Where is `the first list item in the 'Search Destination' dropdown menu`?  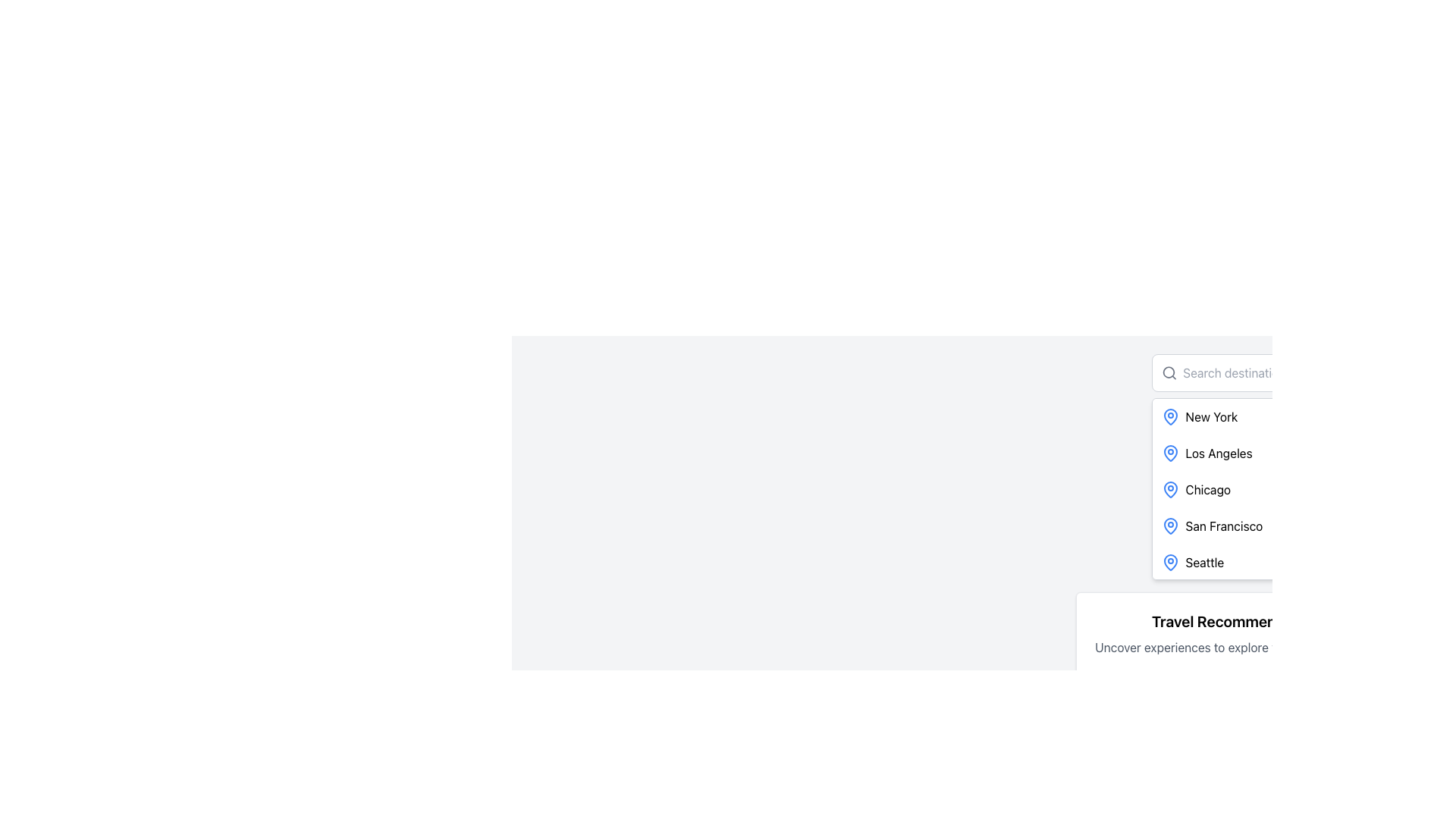 the first list item in the 'Search Destination' dropdown menu is located at coordinates (1240, 417).